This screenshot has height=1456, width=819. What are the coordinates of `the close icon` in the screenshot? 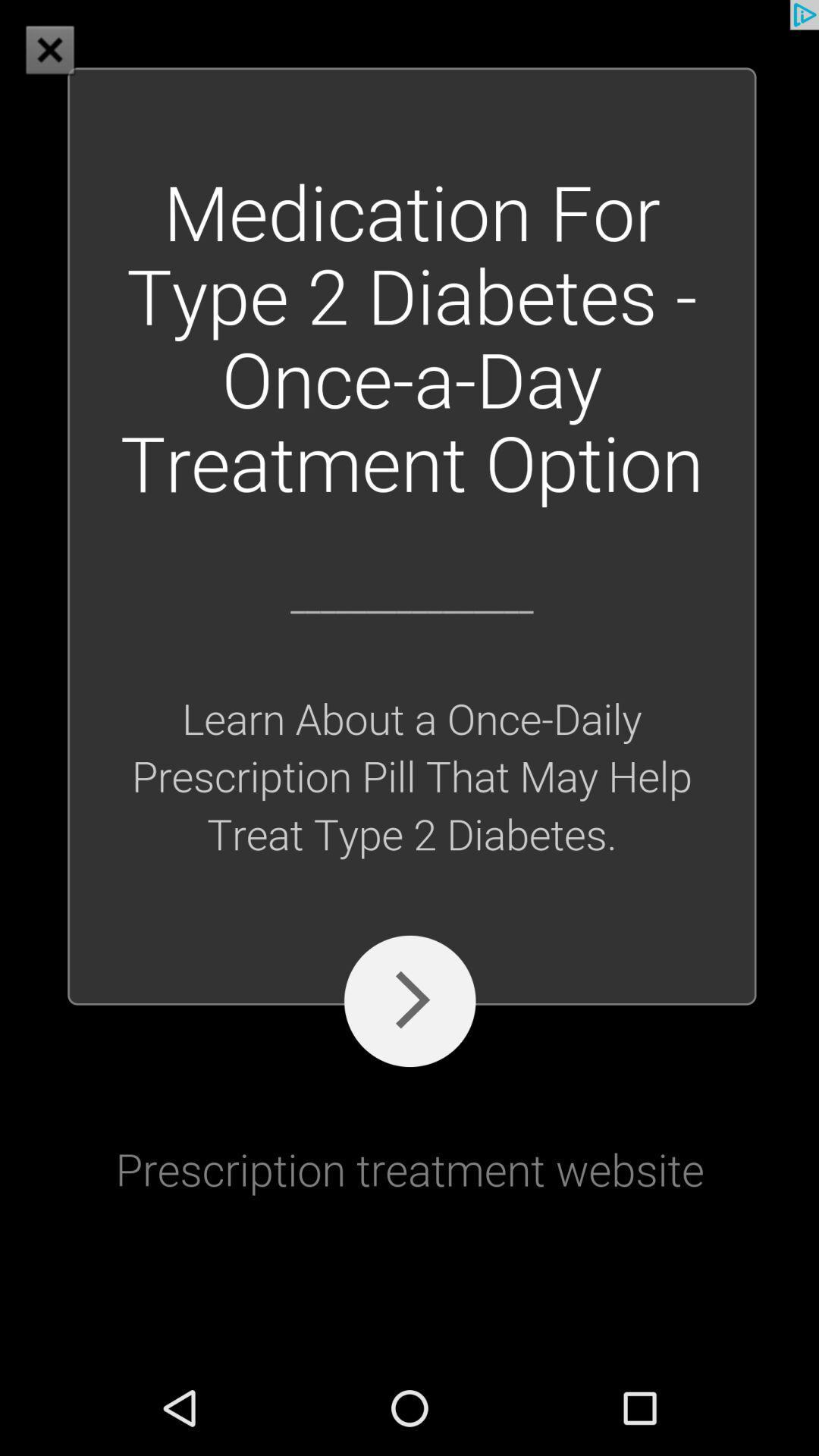 It's located at (49, 53).